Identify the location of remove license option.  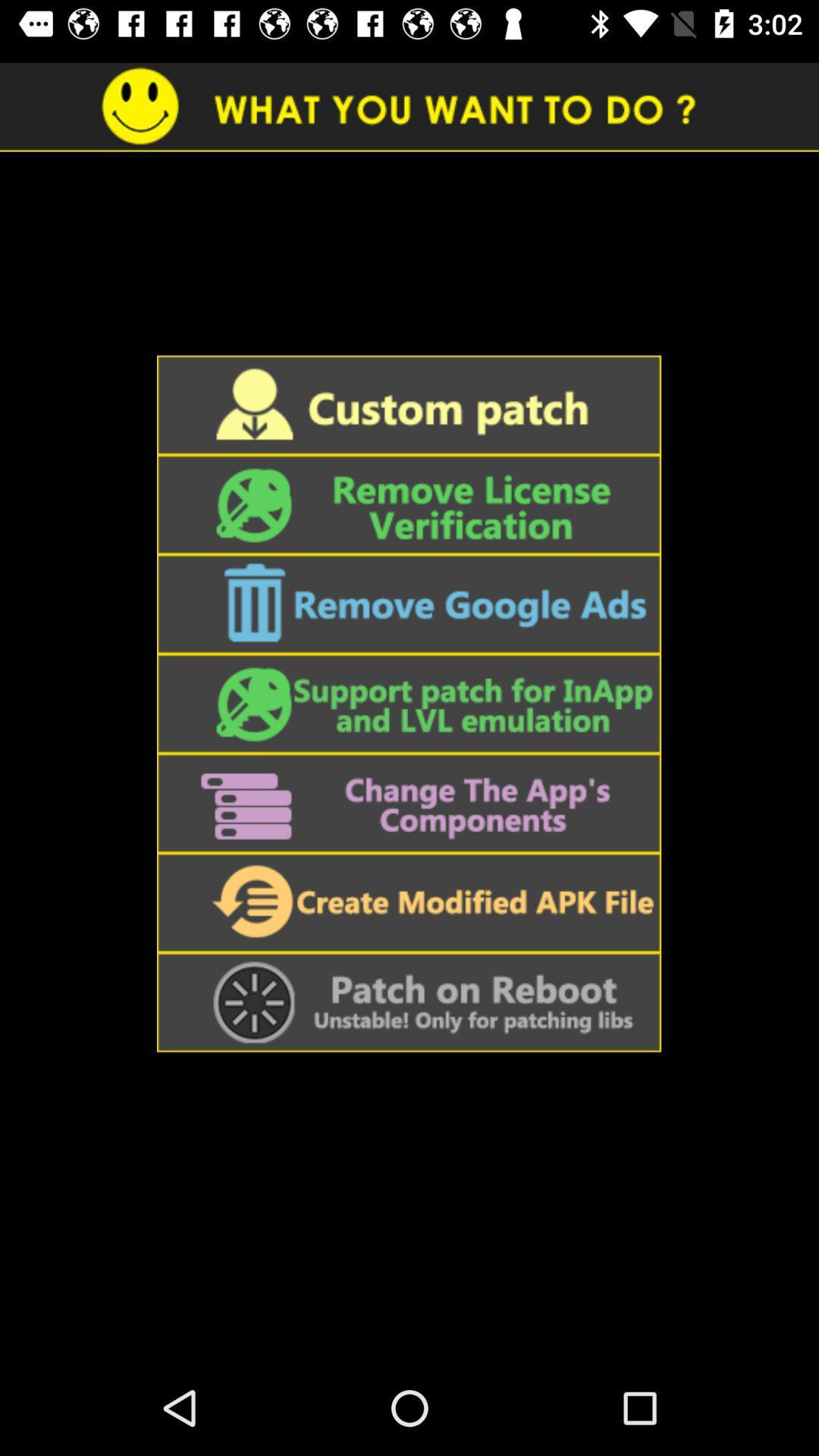
(408, 504).